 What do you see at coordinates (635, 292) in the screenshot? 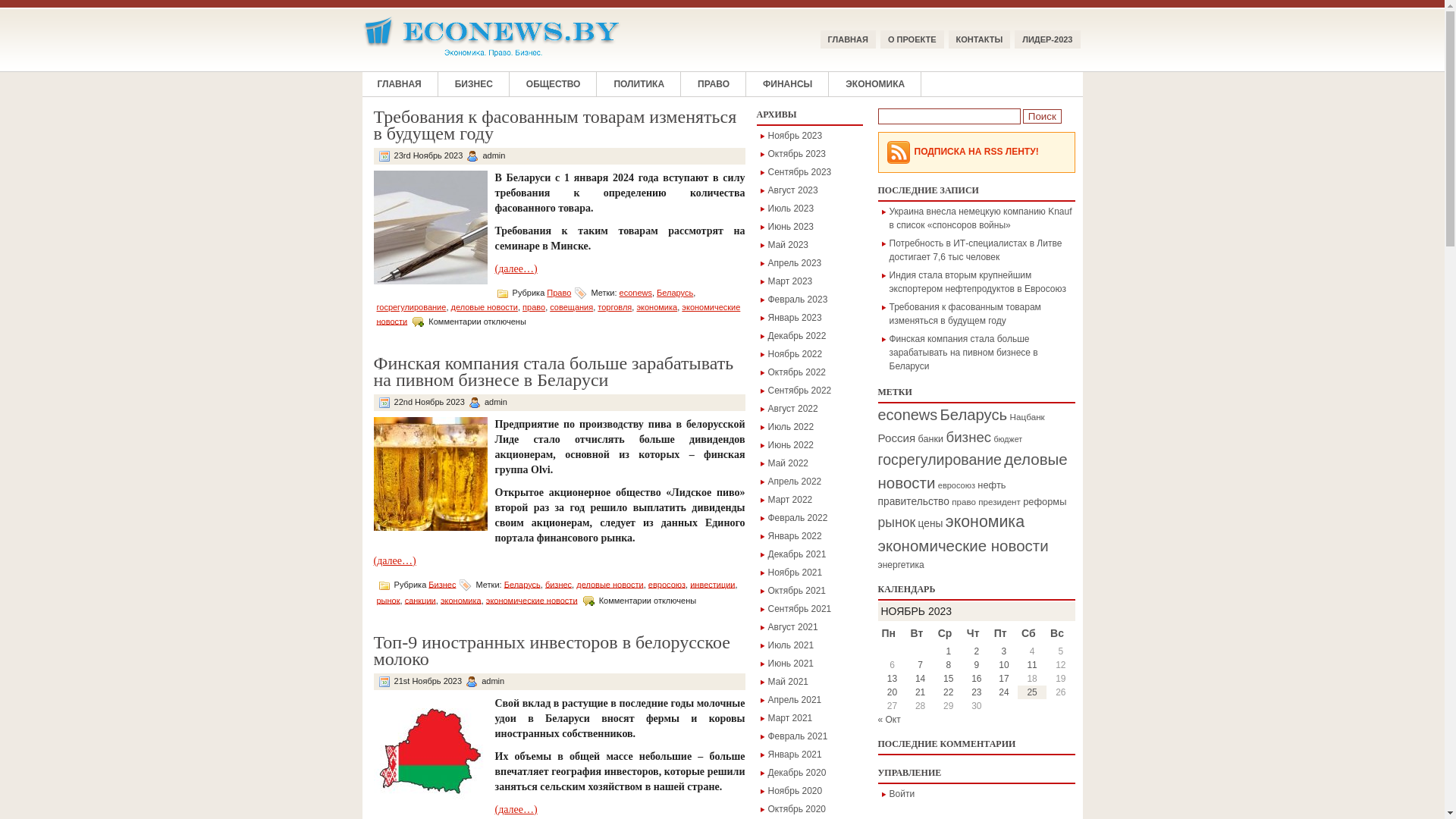
I see `'econews'` at bounding box center [635, 292].